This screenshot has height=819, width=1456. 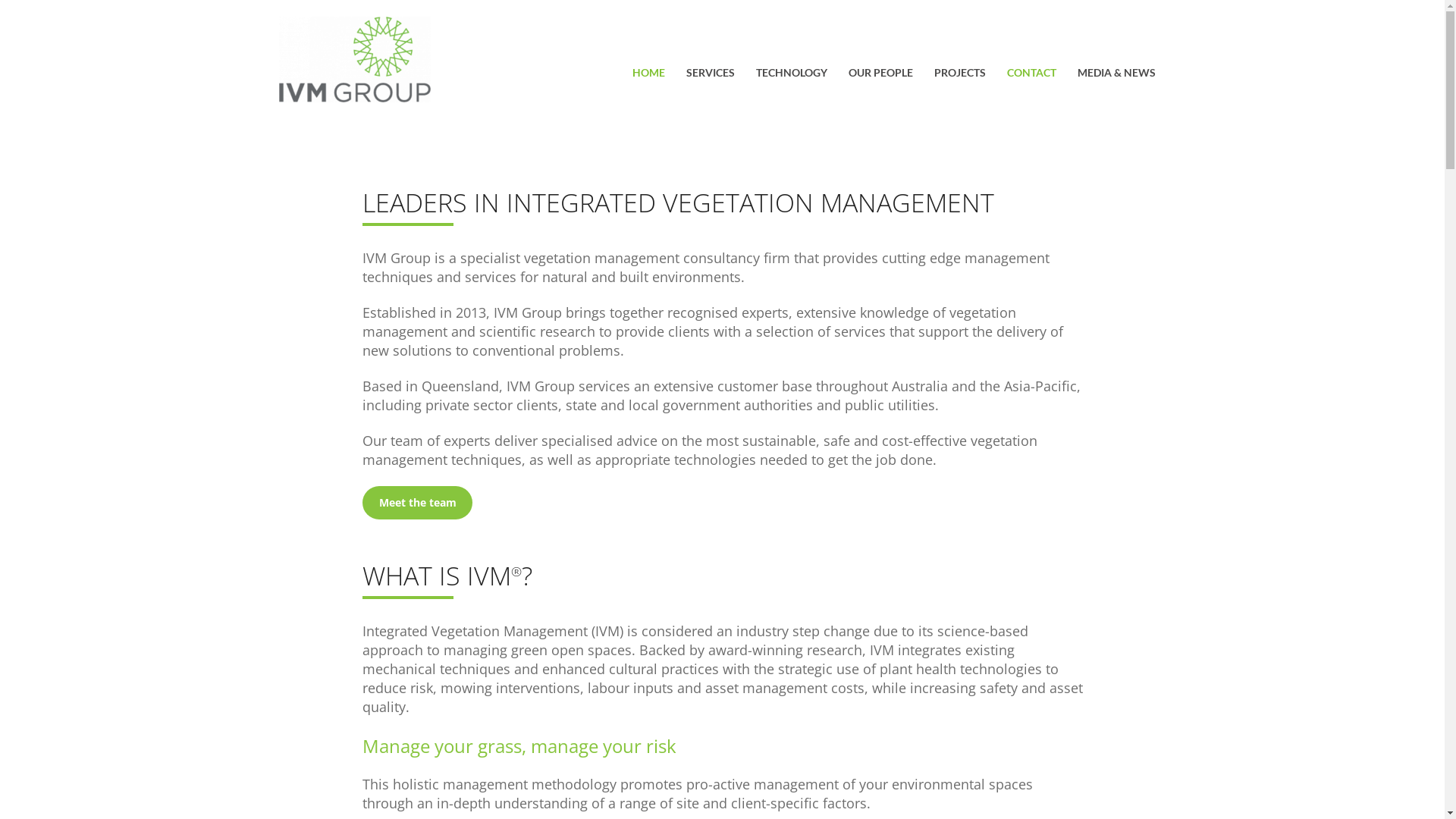 I want to click on 'CONTACT', so click(x=1007, y=74).